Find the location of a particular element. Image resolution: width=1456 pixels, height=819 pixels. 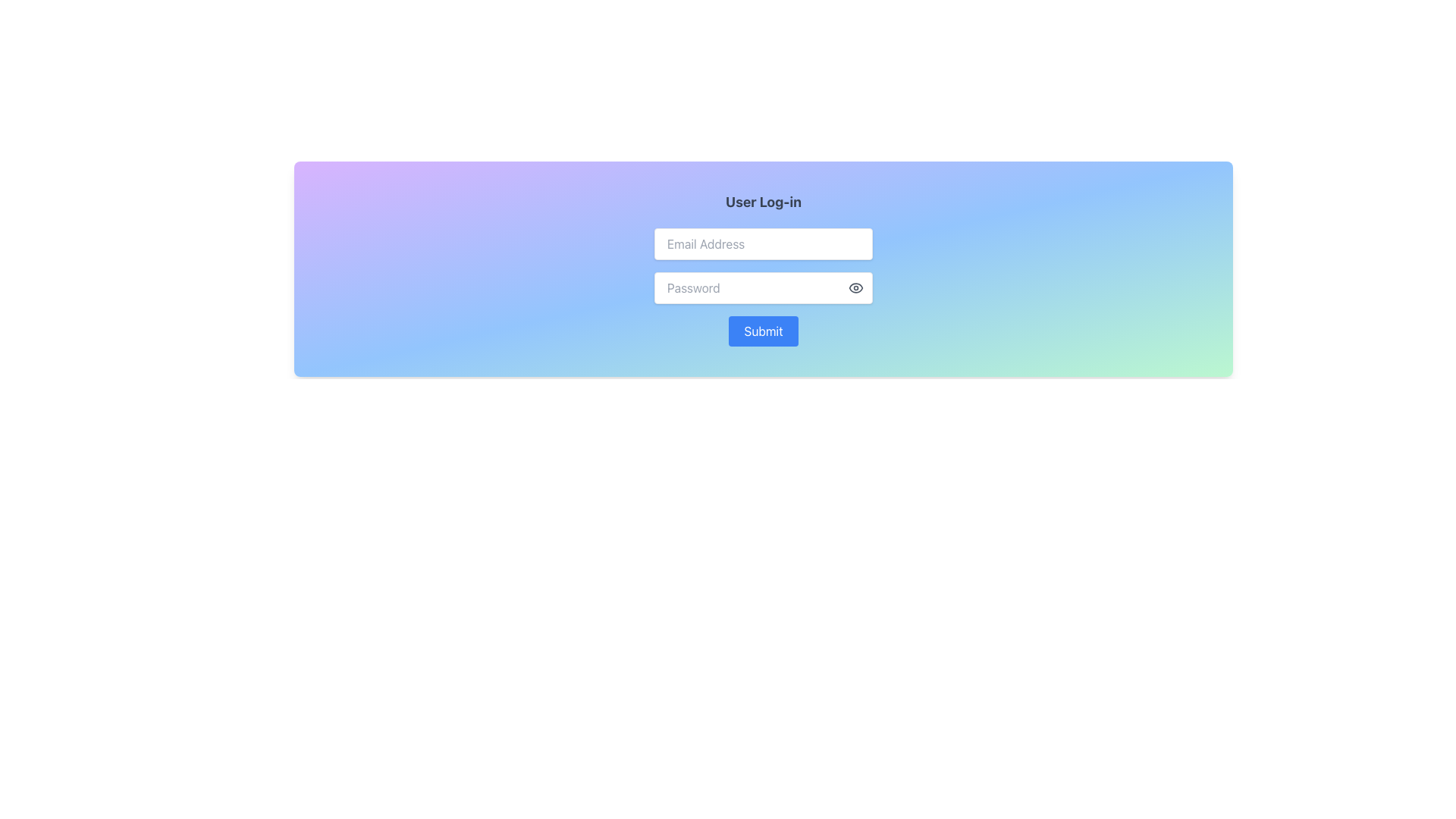

the eye-shaped icon located at the right end of the password input field in the login form is located at coordinates (855, 288).